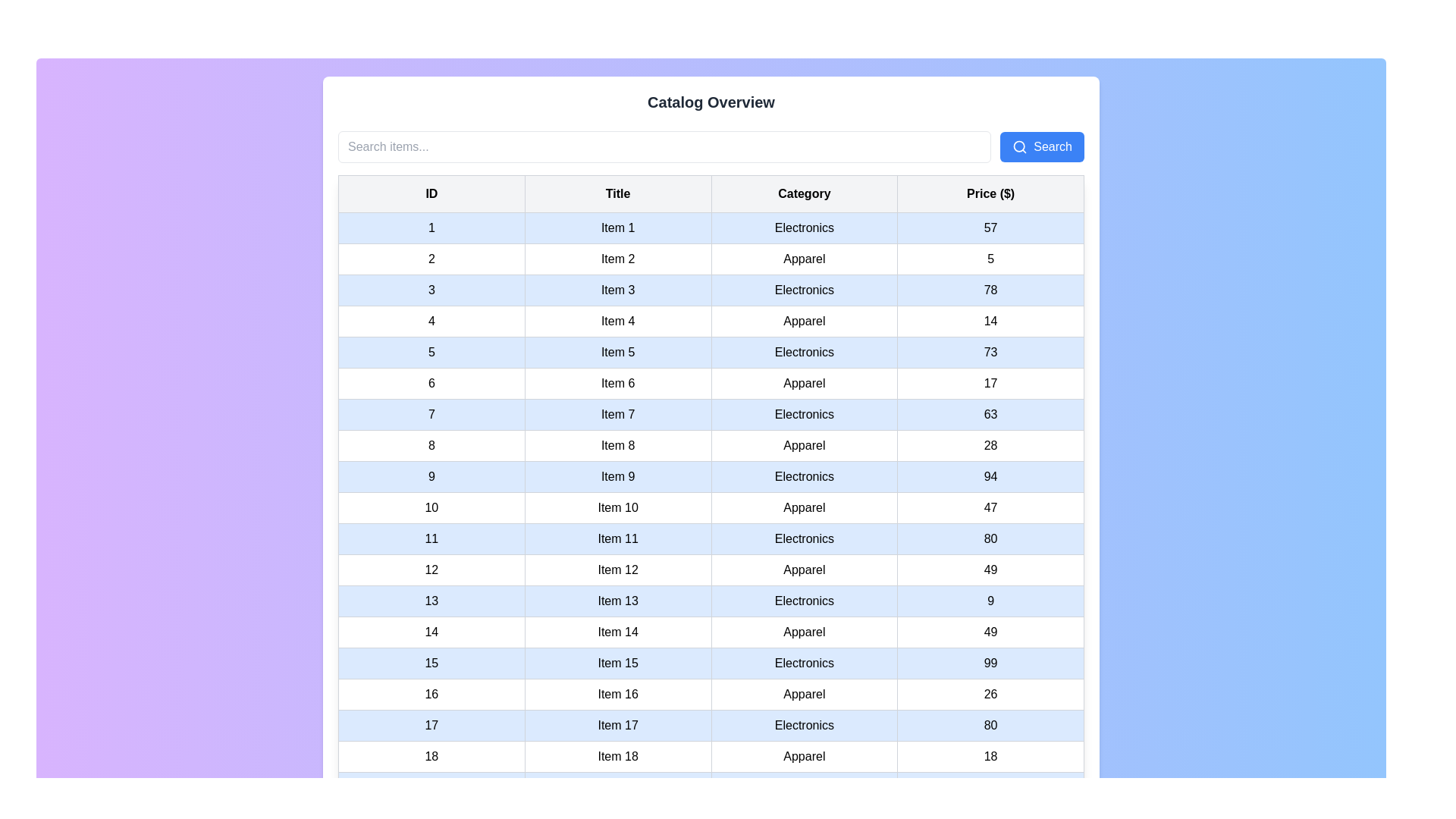 The image size is (1456, 819). What do you see at coordinates (990, 508) in the screenshot?
I see `the table cell displaying the price of 'Item 10' in the 'Apparel' category, located in the last column of the tenth row` at bounding box center [990, 508].